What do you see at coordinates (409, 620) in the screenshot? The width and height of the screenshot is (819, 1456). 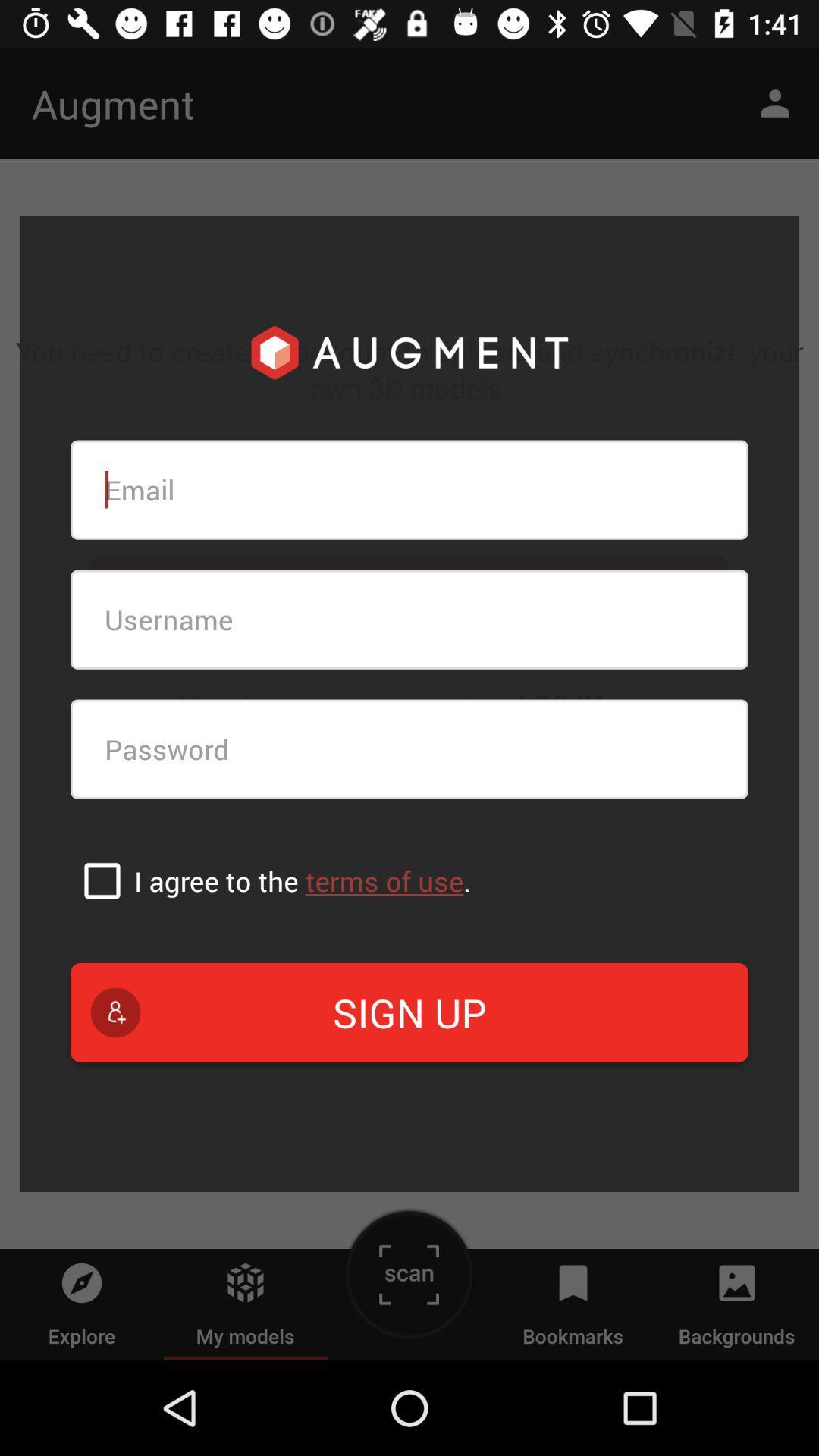 I see `username input field` at bounding box center [409, 620].